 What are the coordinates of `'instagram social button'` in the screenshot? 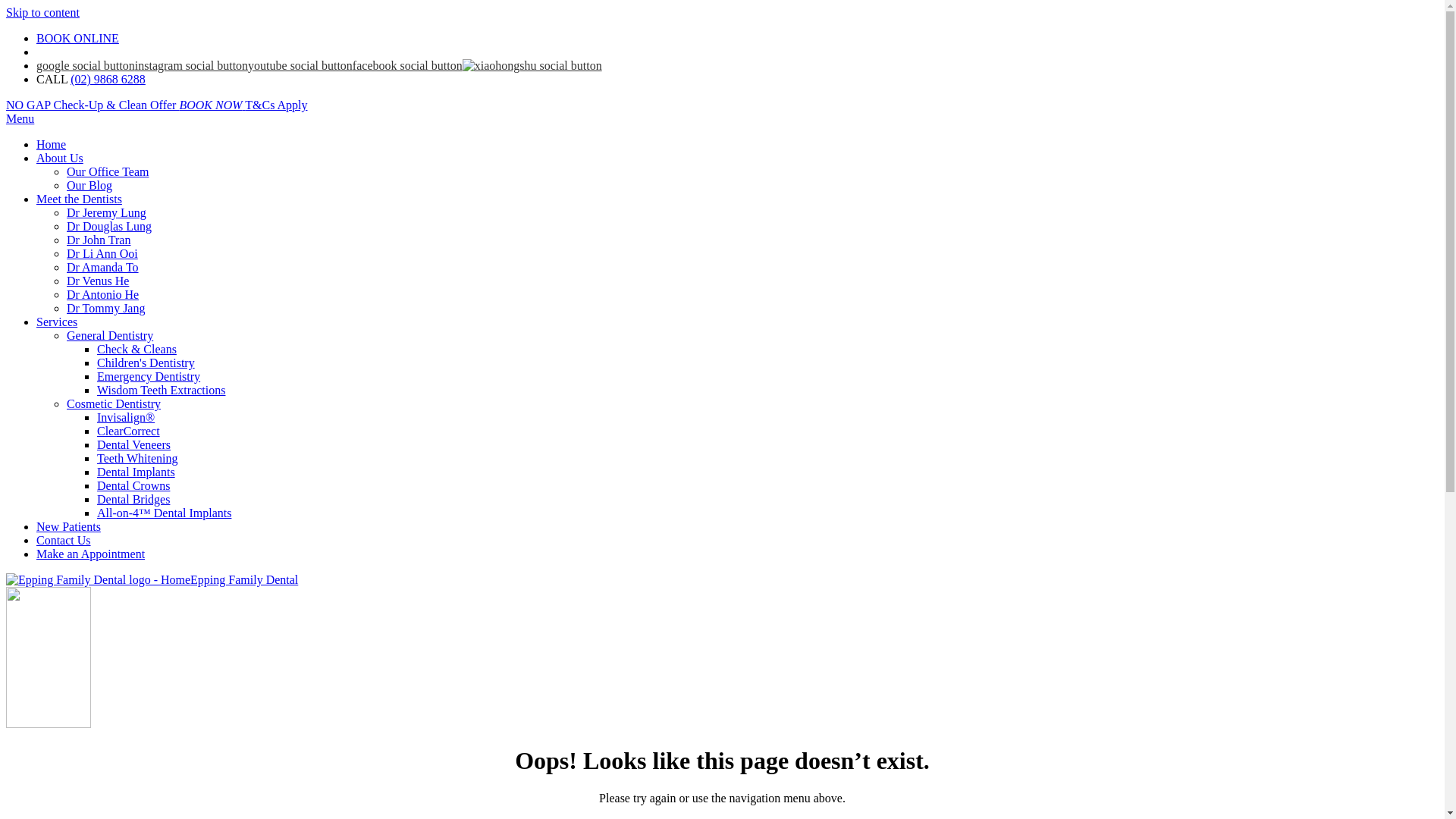 It's located at (190, 64).